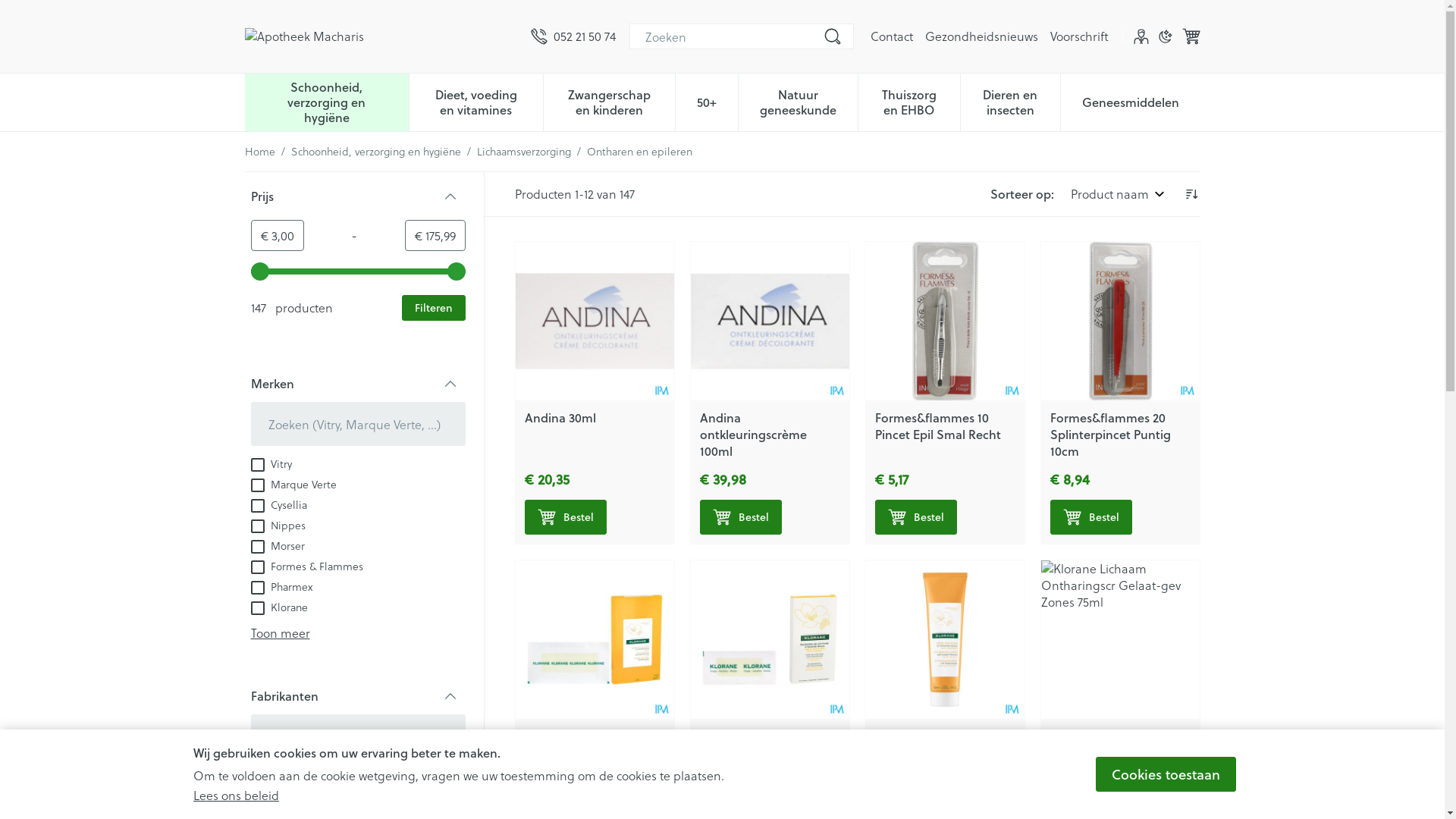 This screenshot has height=819, width=1456. Describe the element at coordinates (409, 100) in the screenshot. I see `'Dieet, voeding en vitamines'` at that location.